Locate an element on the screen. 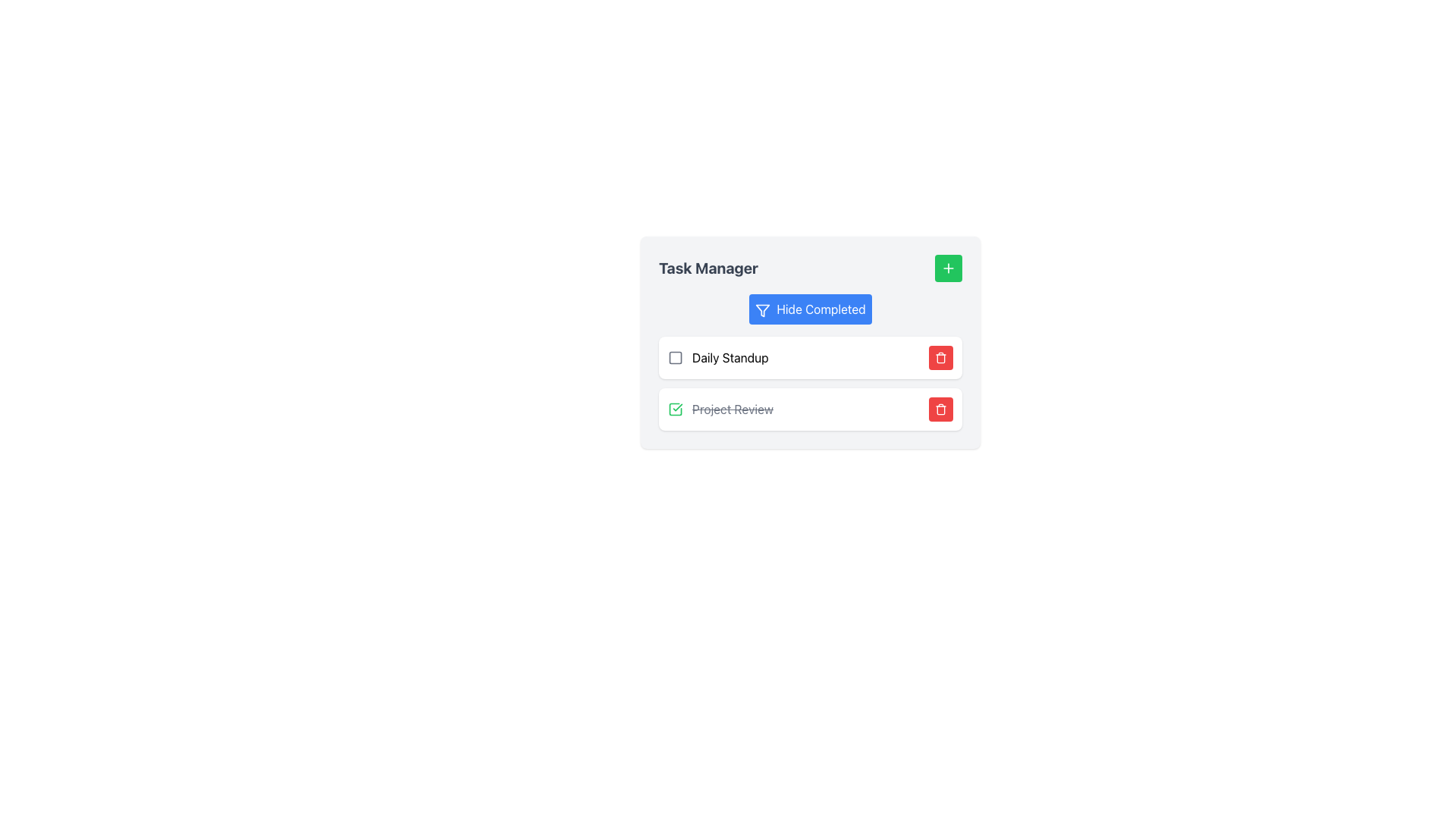 This screenshot has height=819, width=1456. the visual feedback of the filter icon located within the blue button labeled 'Hide Completed' in the task management interface is located at coordinates (763, 309).